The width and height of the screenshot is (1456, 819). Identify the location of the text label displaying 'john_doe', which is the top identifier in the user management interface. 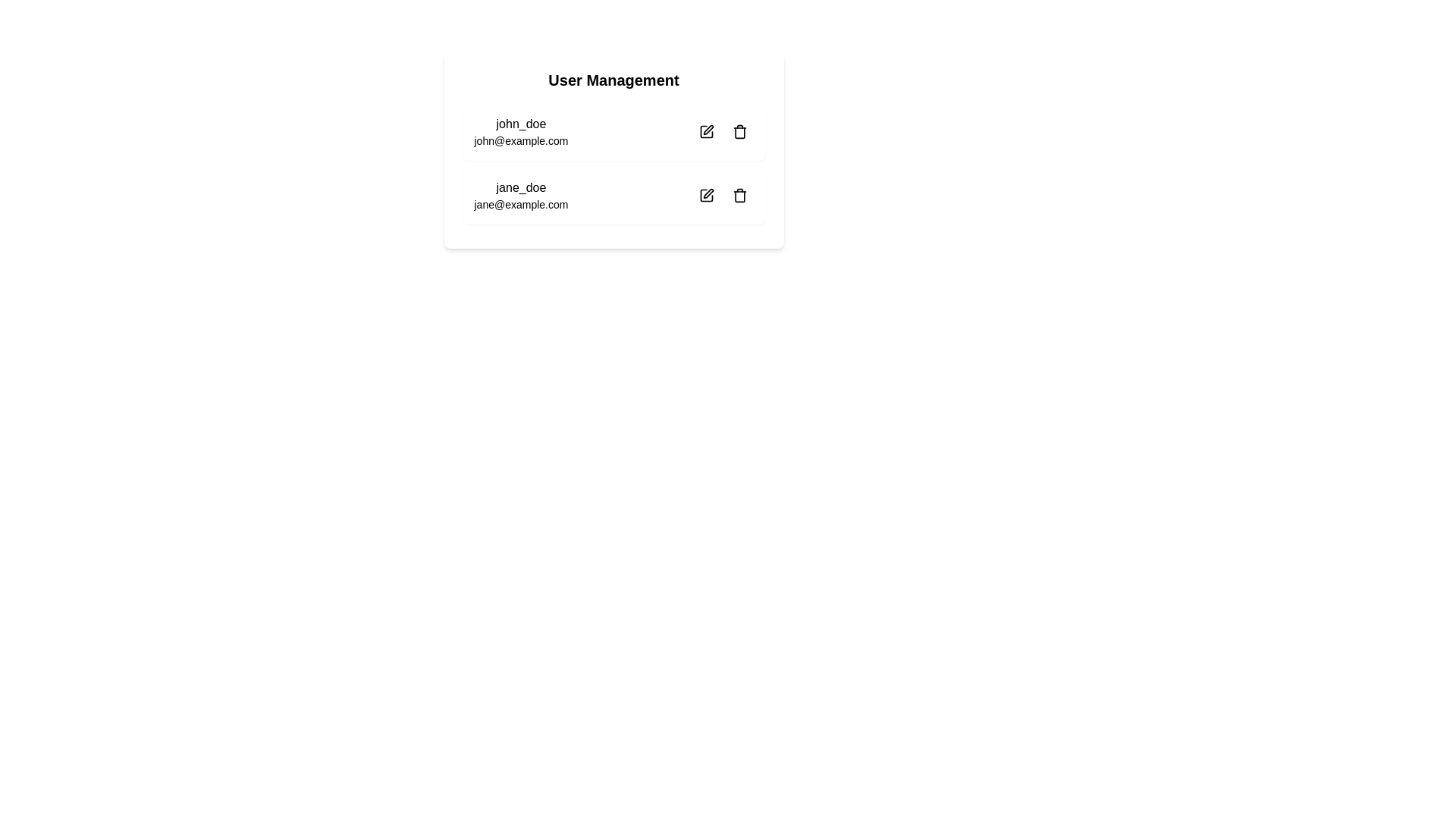
(521, 124).